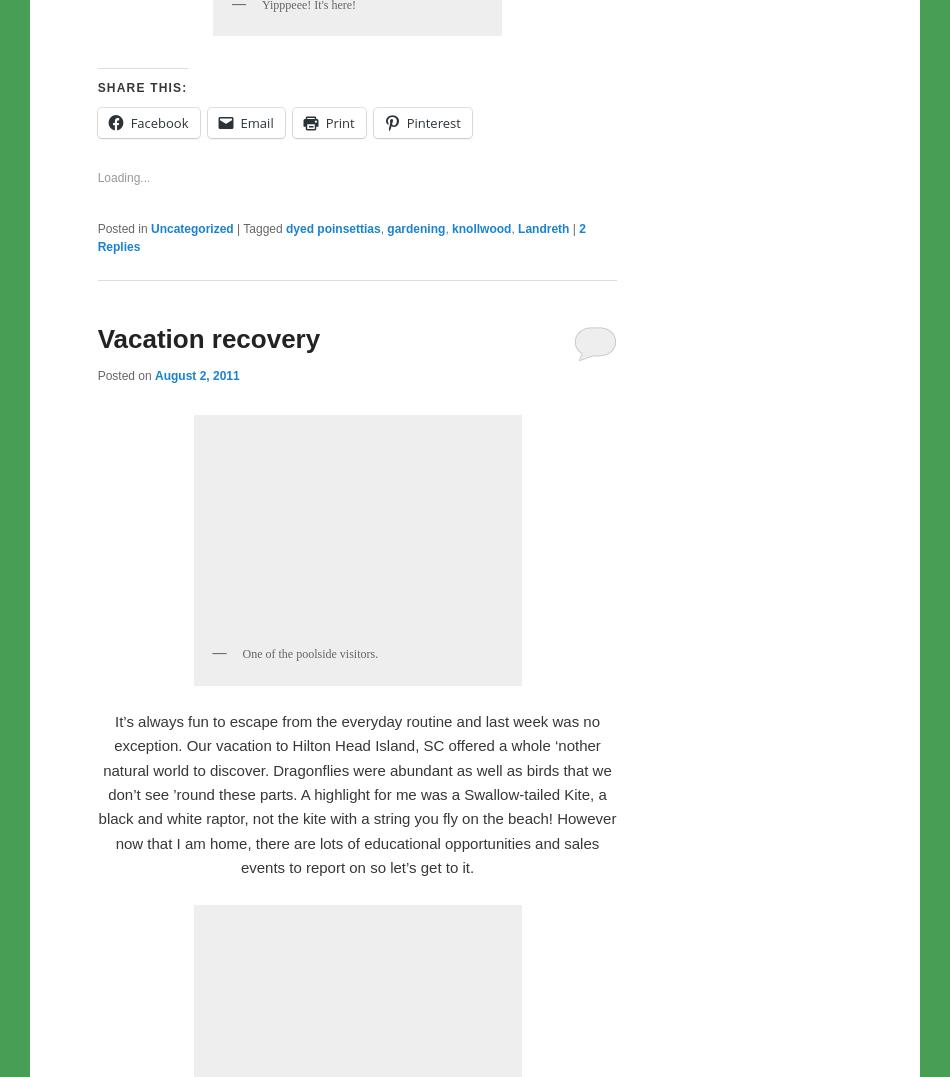 Image resolution: width=950 pixels, height=1077 pixels. I want to click on 'August 2, 2011', so click(197, 793).